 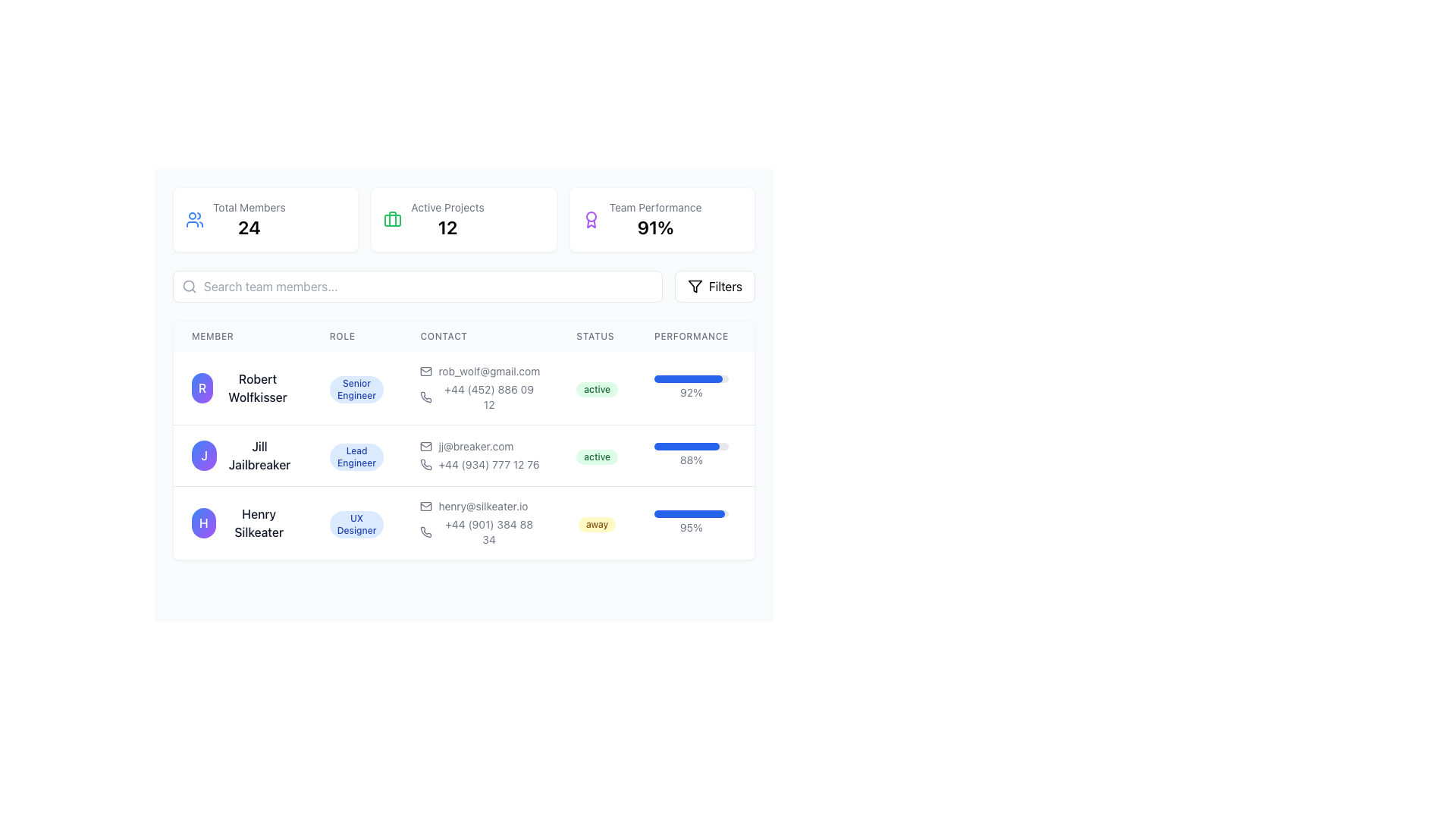 I want to click on the text label displaying the name 'Henry Silkeater', so click(x=259, y=522).